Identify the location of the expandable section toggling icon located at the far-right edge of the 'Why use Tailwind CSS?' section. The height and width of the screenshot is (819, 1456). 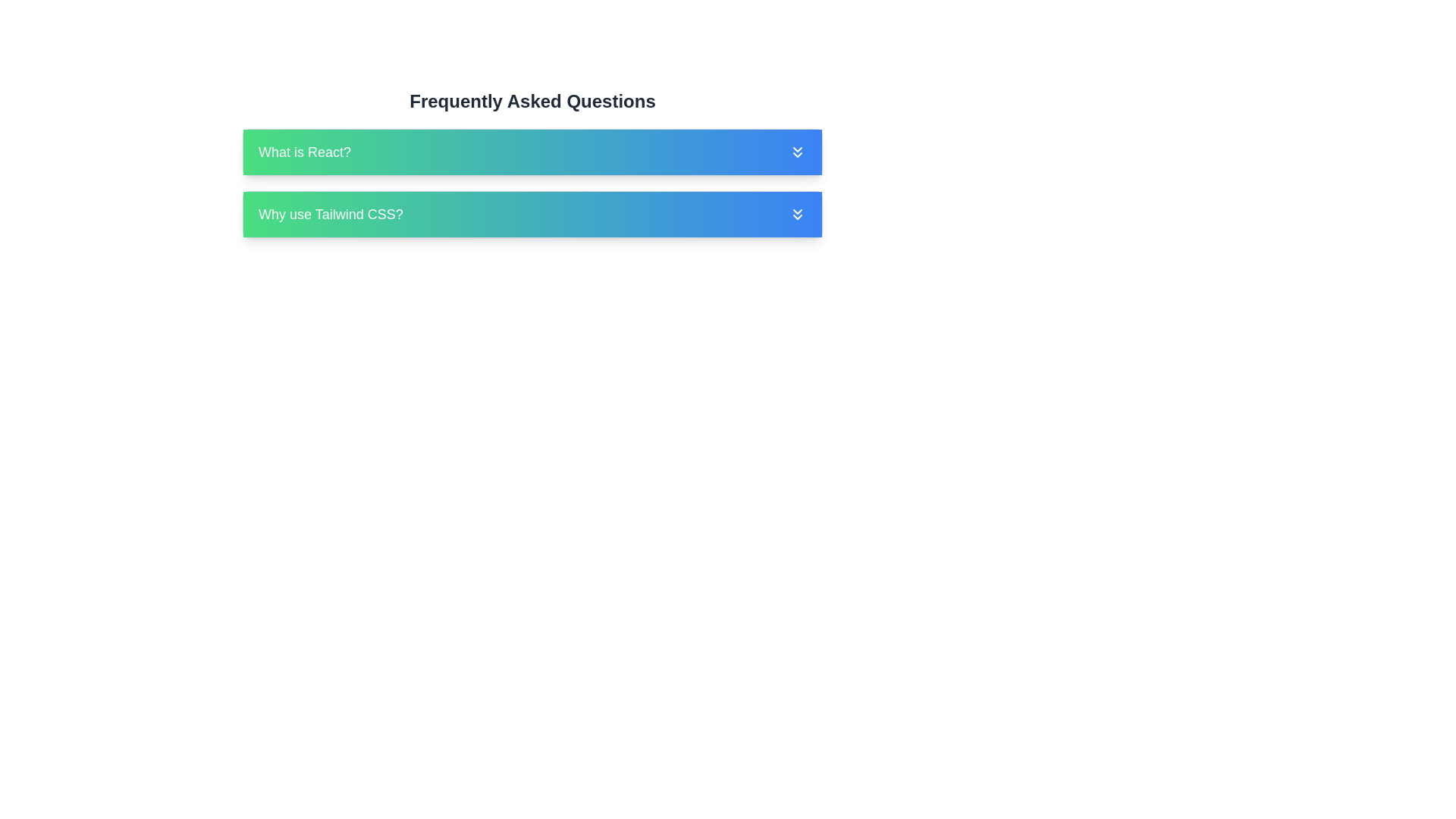
(796, 214).